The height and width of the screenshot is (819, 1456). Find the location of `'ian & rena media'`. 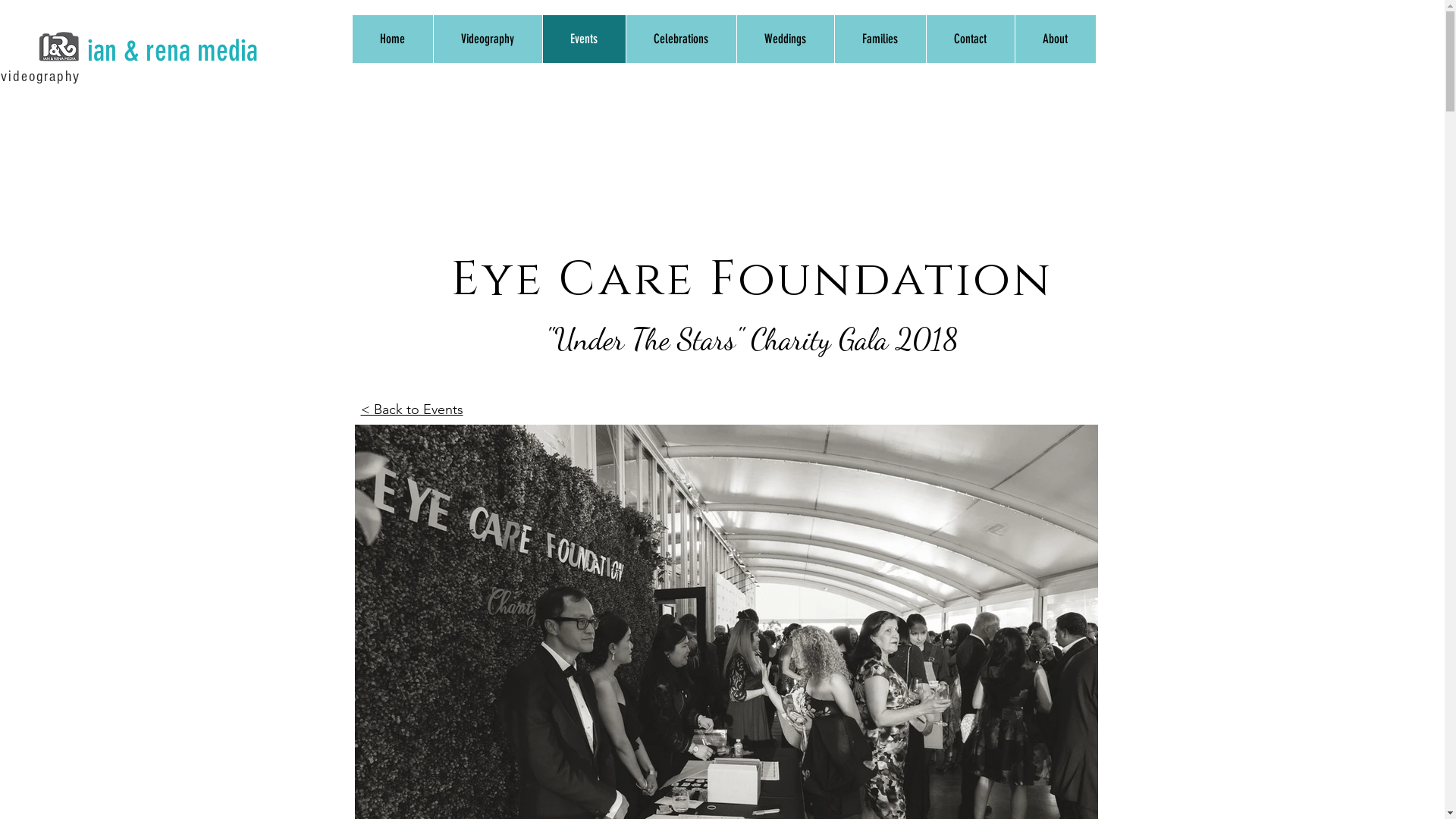

'ian & rena media' is located at coordinates (172, 50).